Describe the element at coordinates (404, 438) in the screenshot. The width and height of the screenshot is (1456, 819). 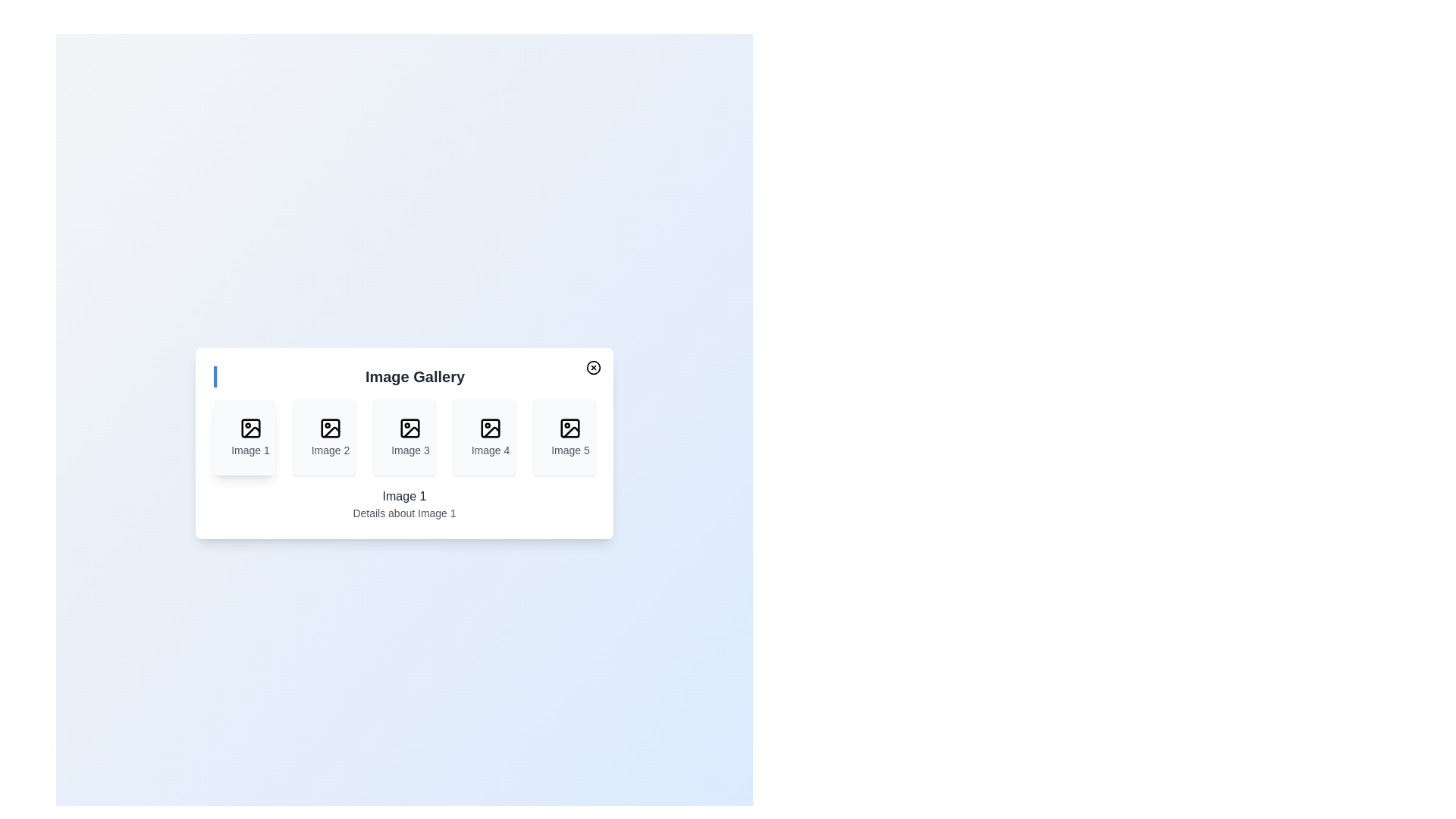
I see `the image thumbnail corresponding to 3` at that location.